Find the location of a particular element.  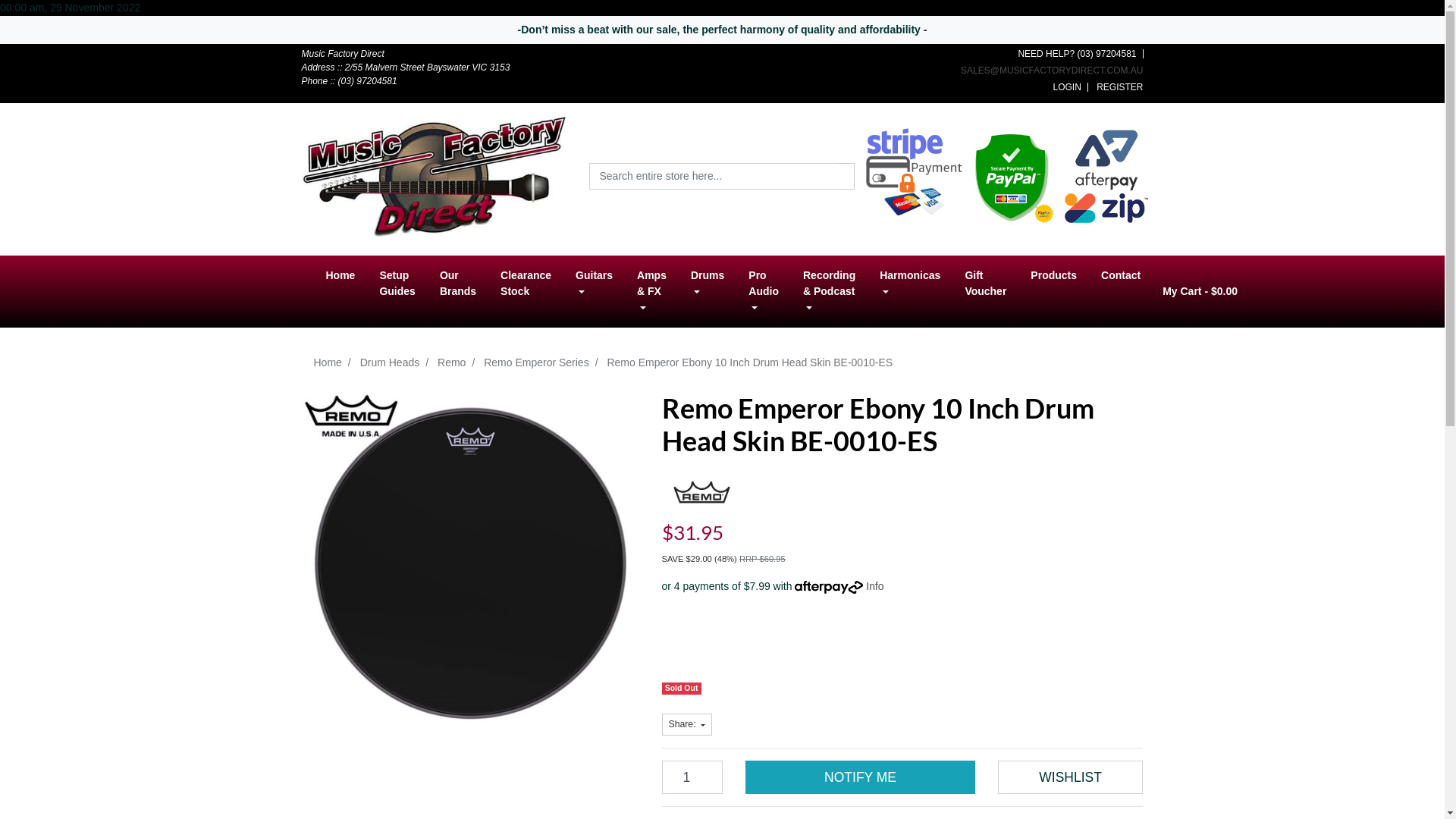

'Recording & Podcast' is located at coordinates (828, 291).